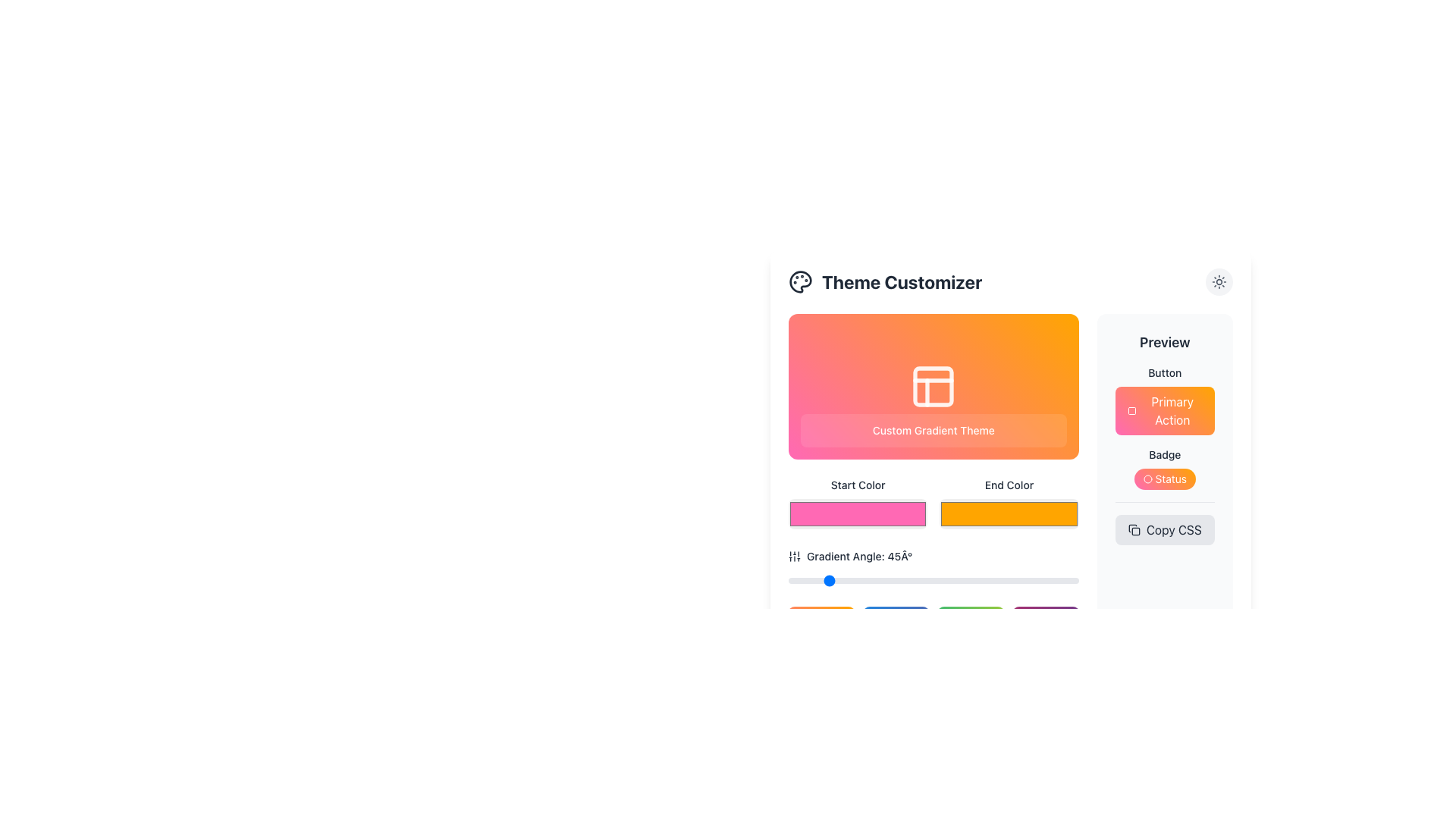  I want to click on the gradient angle slider, so click(864, 580).